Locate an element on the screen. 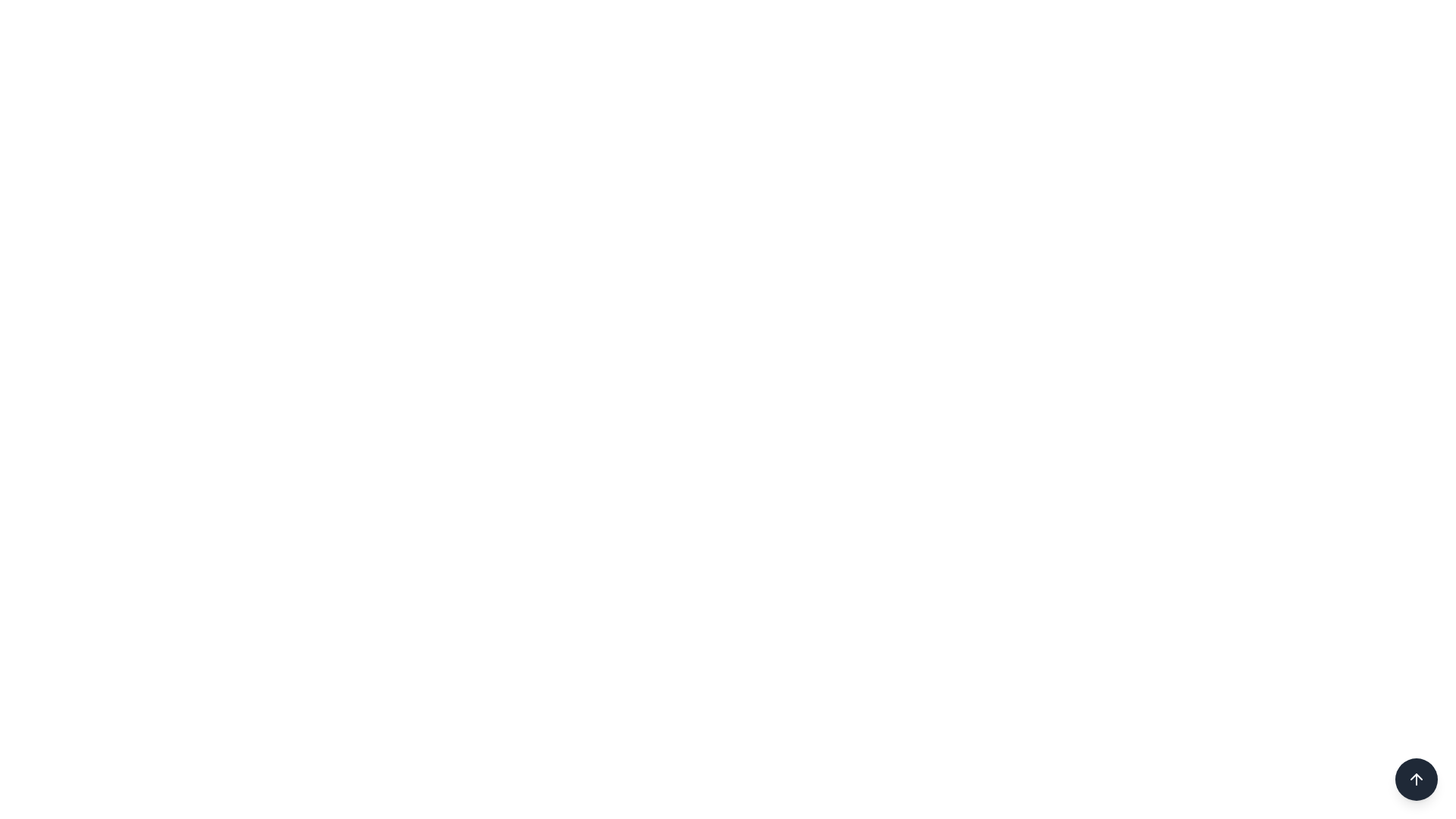 The image size is (1456, 819). the circular green refresh button with a glowing hover effect located at the bottom-right corner of the interface to refresh the content is located at coordinates (1415, 663).